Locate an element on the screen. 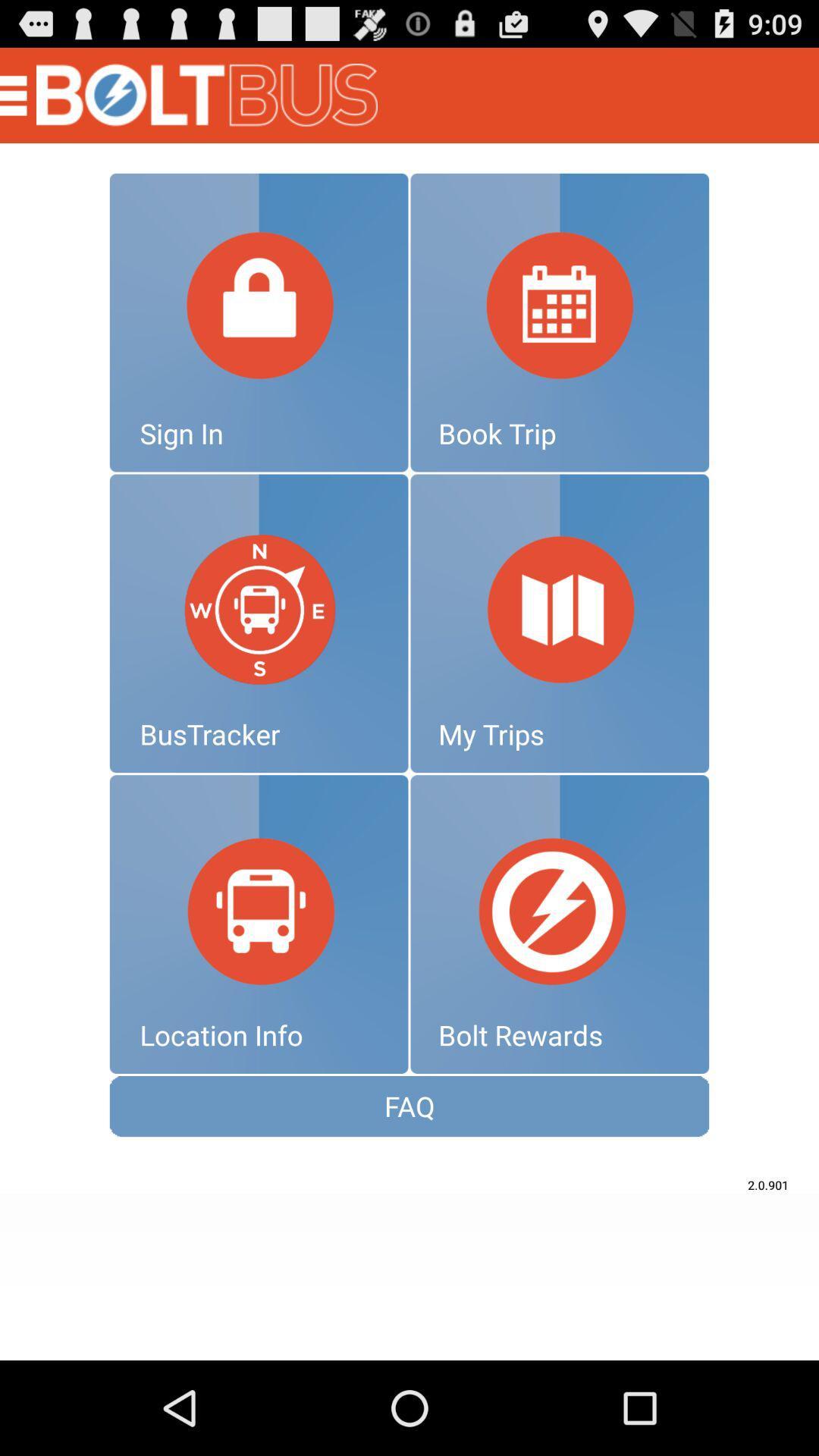  signin option is located at coordinates (258, 322).